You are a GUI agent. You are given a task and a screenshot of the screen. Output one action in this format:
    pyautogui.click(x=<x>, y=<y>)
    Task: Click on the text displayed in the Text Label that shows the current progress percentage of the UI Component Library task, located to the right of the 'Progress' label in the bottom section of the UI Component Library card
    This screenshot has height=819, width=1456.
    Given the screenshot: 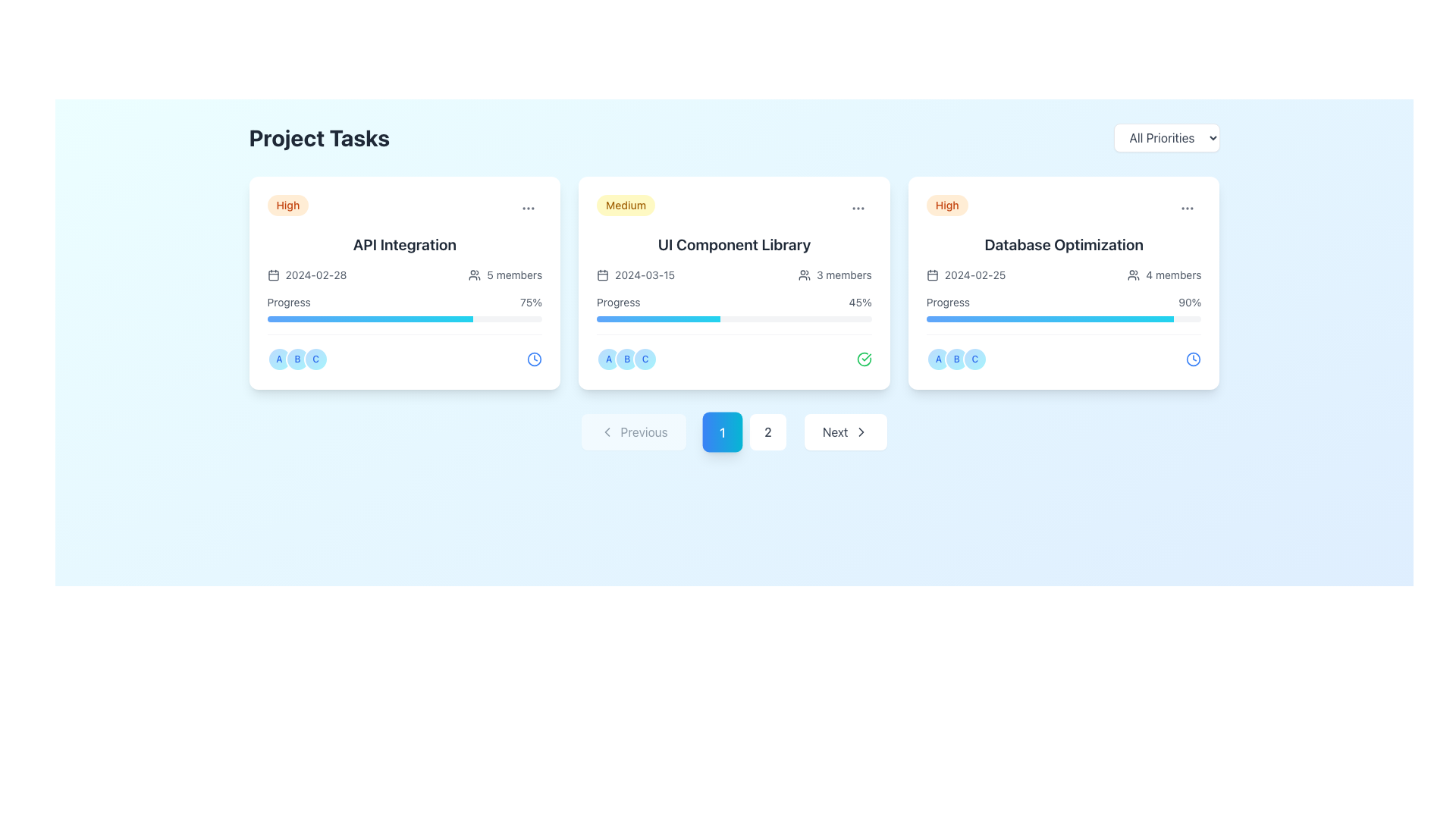 What is the action you would take?
    pyautogui.click(x=860, y=302)
    